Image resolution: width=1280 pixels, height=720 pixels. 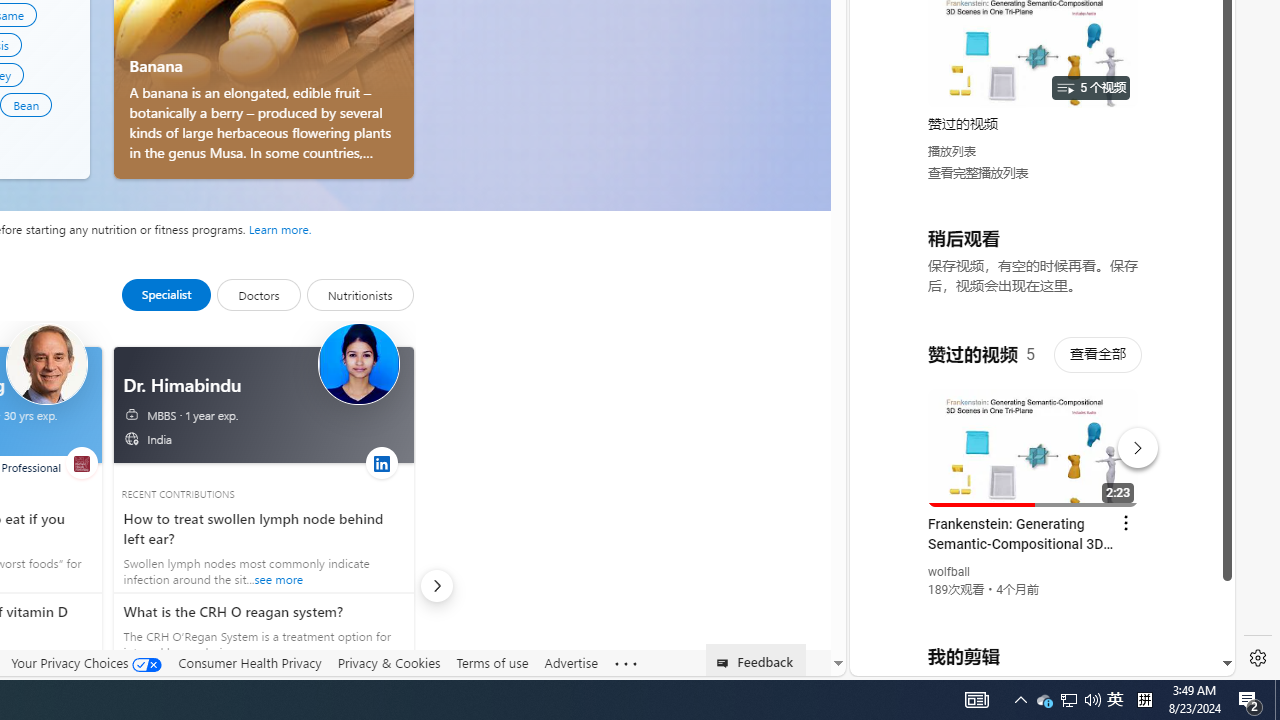 What do you see at coordinates (249, 663) in the screenshot?
I see `'Consumer Health Privacy'` at bounding box center [249, 663].